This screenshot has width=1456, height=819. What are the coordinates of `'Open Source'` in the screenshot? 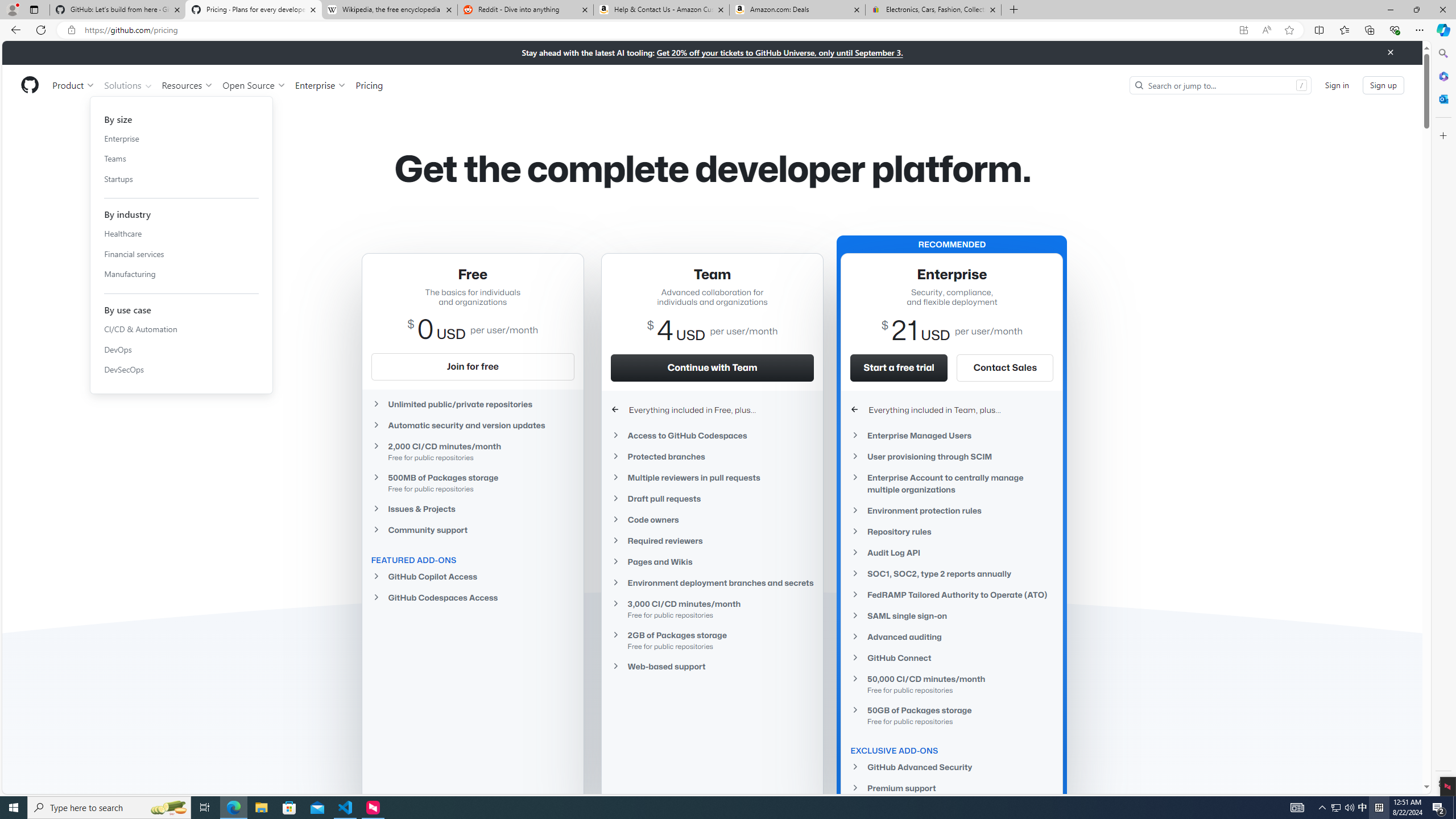 It's located at (255, 85).